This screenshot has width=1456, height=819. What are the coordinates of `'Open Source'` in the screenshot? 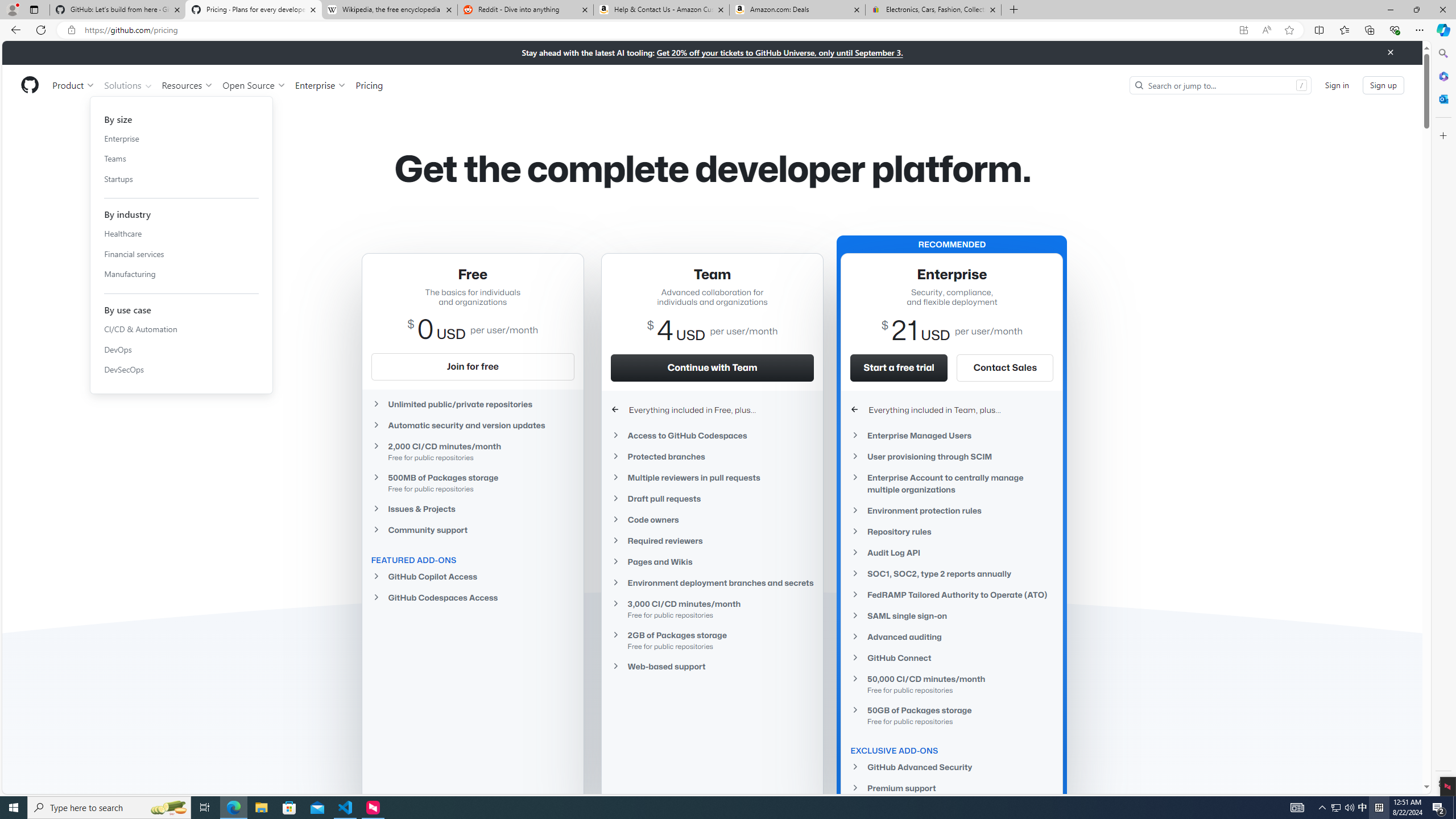 It's located at (255, 85).